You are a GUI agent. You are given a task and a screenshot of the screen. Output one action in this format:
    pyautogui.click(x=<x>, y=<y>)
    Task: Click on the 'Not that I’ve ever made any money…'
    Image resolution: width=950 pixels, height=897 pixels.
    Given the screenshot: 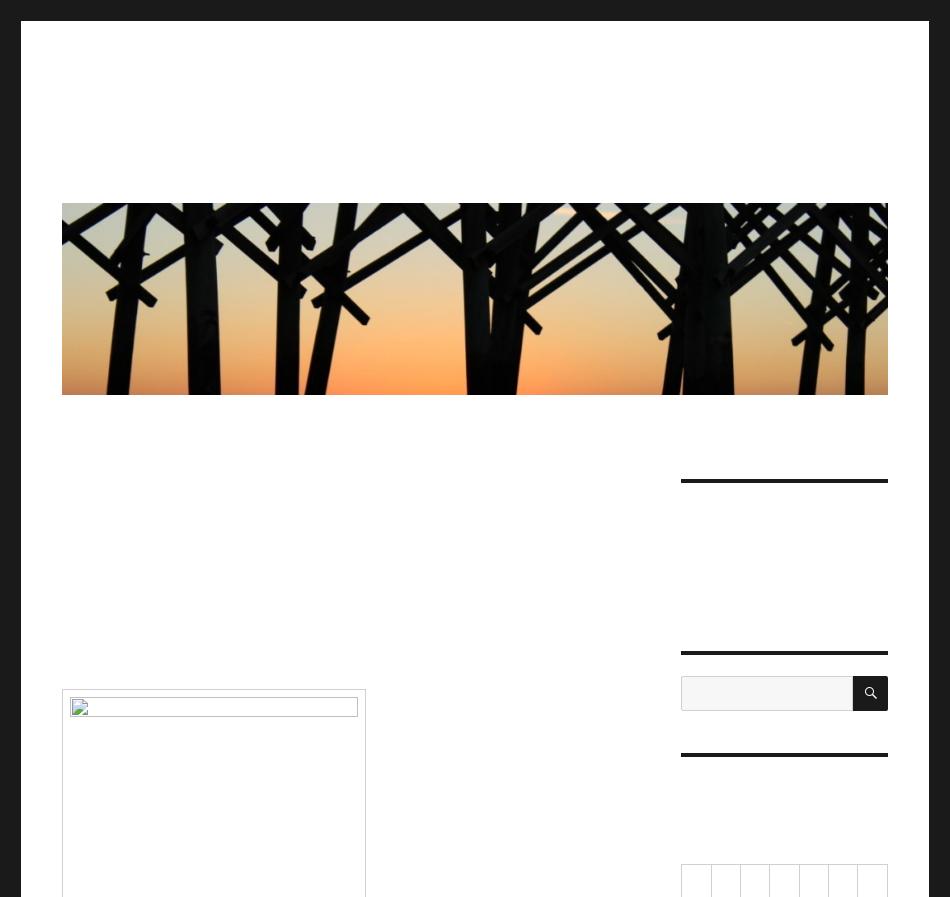 What is the action you would take?
    pyautogui.click(x=680, y=524)
    